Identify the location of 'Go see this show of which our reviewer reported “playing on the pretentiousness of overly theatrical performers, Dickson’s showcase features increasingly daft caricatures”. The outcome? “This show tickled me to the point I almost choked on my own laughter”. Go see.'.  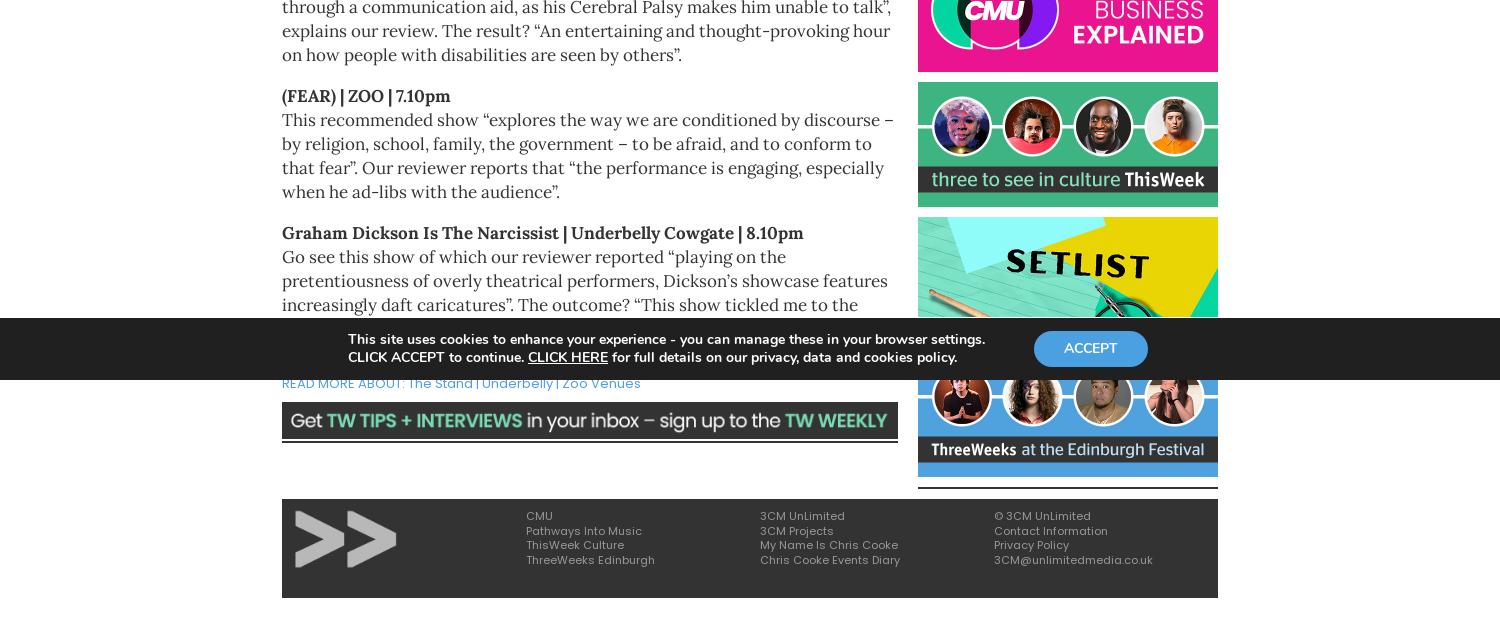
(584, 293).